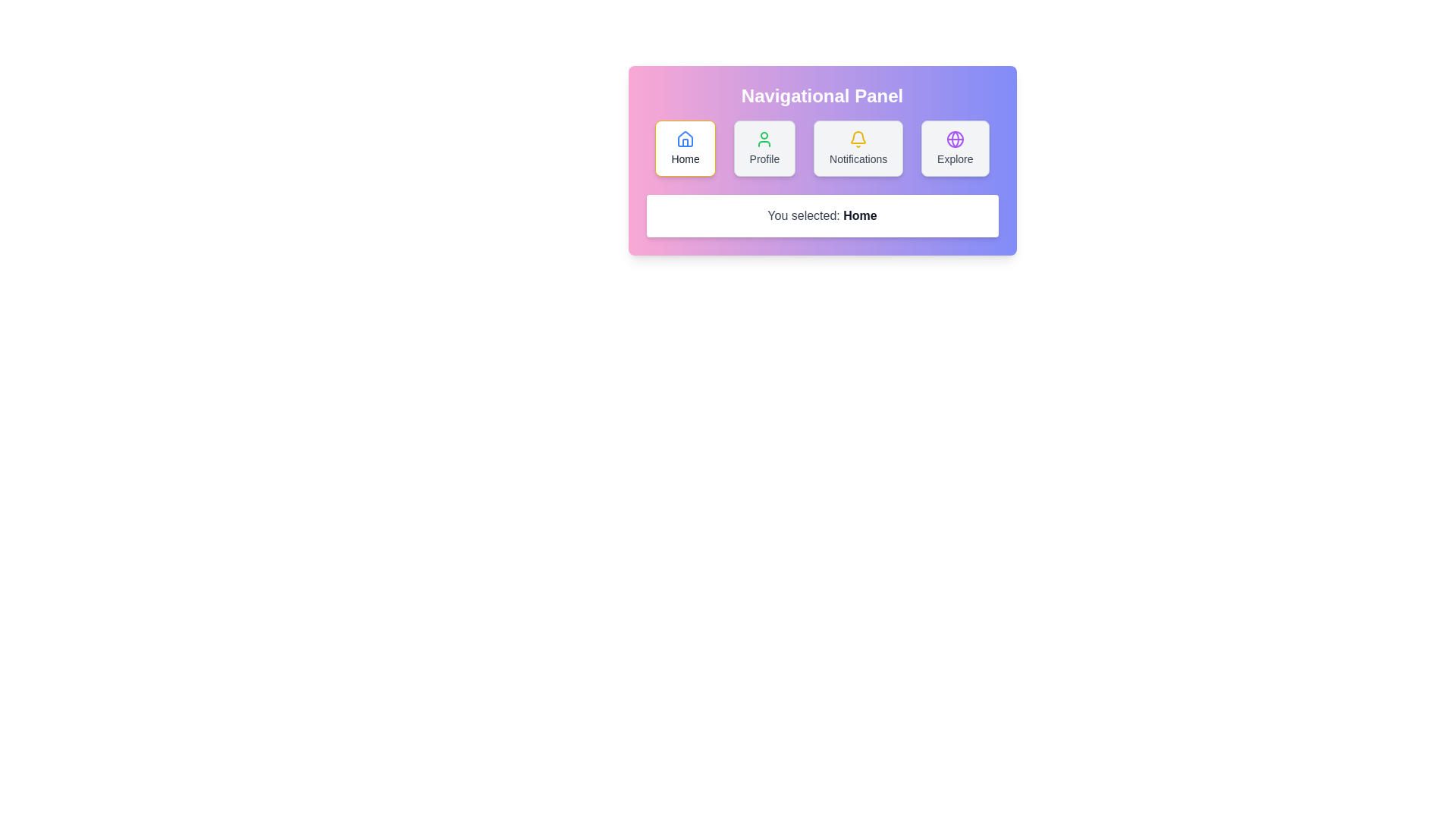 Image resolution: width=1456 pixels, height=819 pixels. Describe the element at coordinates (821, 216) in the screenshot. I see `the text display element that shows feedback based on user selections in the navigation panel, located centrally underneath the panel` at that location.